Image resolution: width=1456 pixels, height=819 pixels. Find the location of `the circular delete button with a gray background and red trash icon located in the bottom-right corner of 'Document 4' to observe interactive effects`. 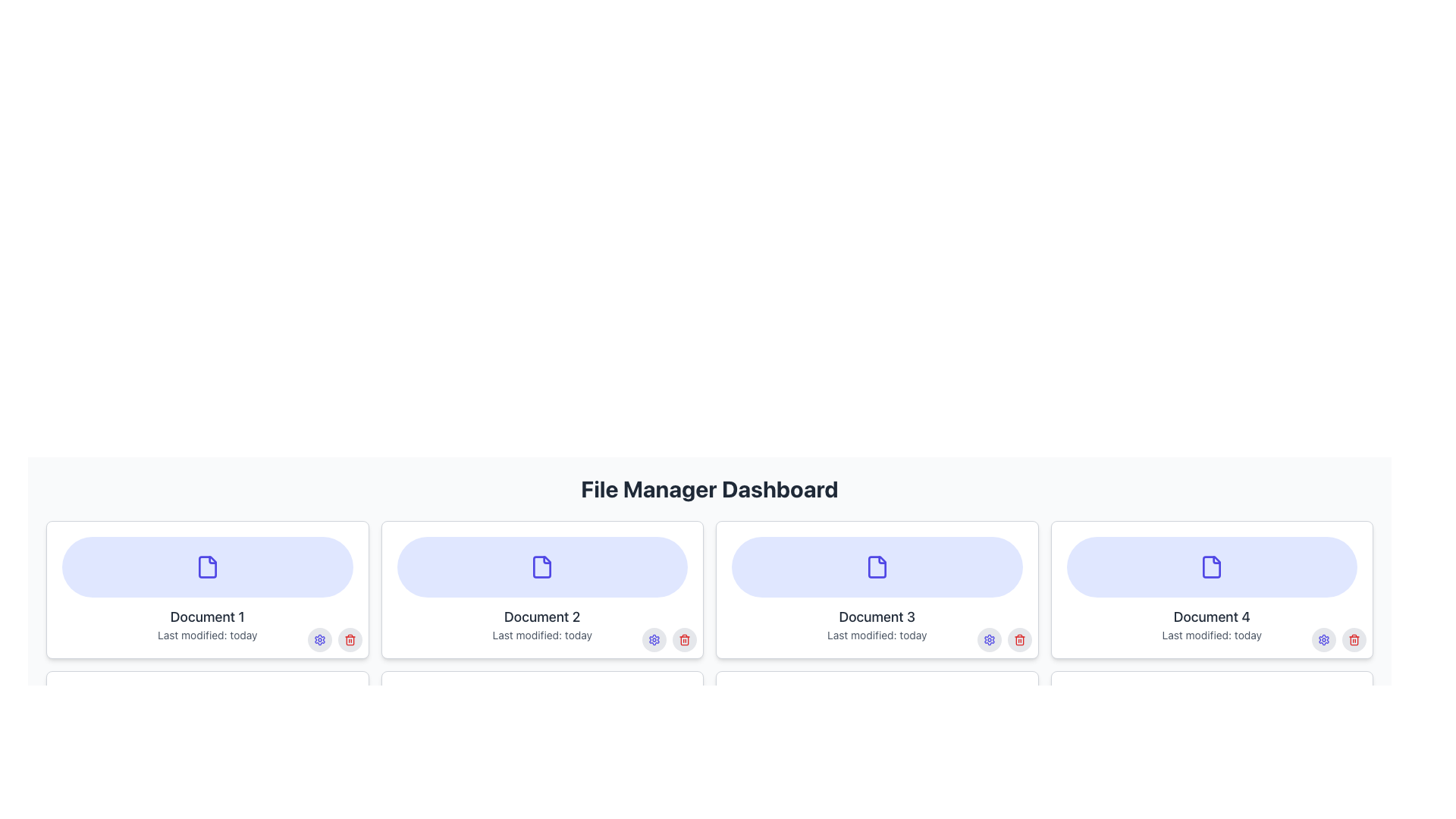

the circular delete button with a gray background and red trash icon located in the bottom-right corner of 'Document 4' to observe interactive effects is located at coordinates (1354, 640).